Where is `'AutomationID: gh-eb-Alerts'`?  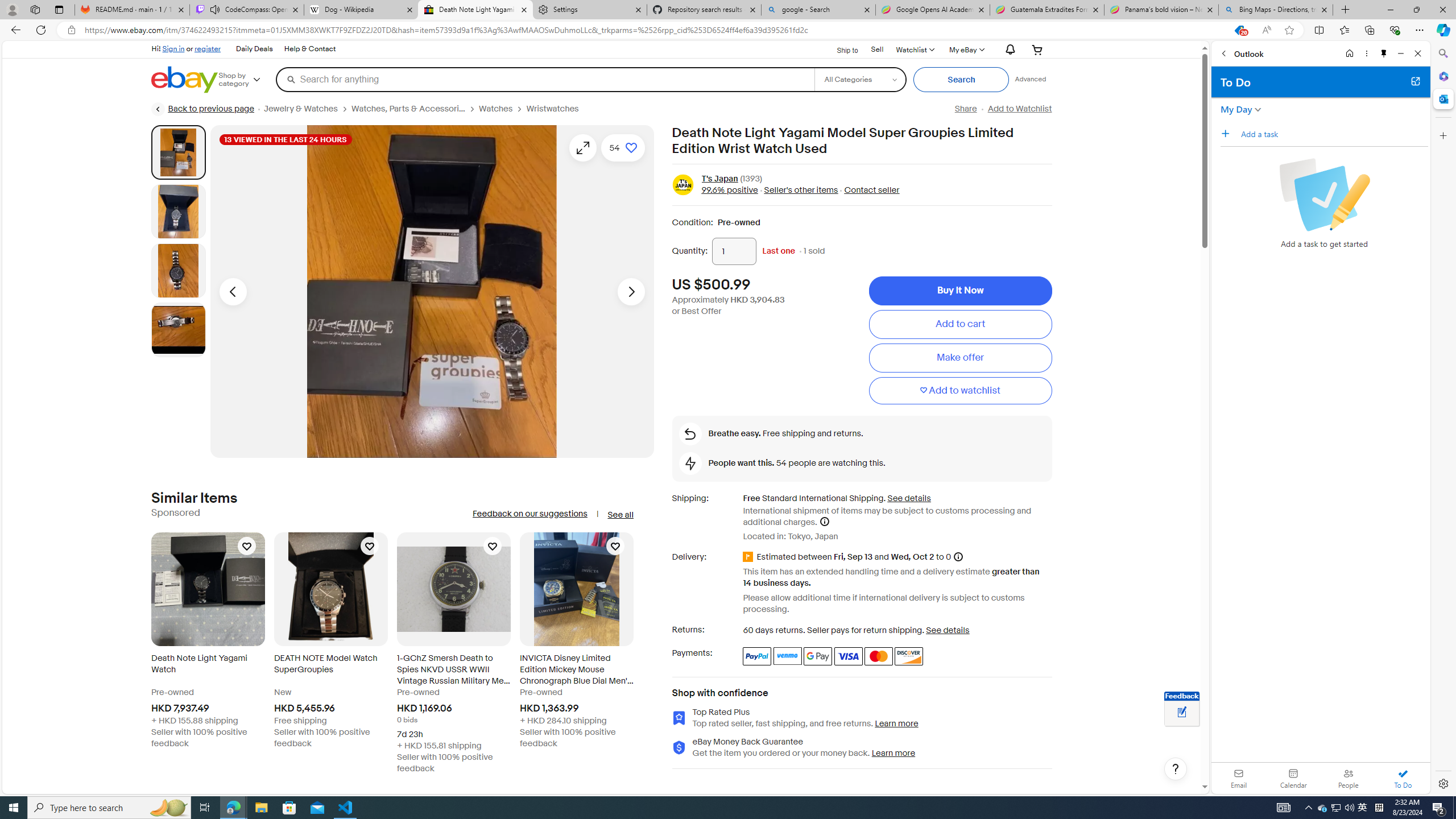 'AutomationID: gh-eb-Alerts' is located at coordinates (1008, 49).